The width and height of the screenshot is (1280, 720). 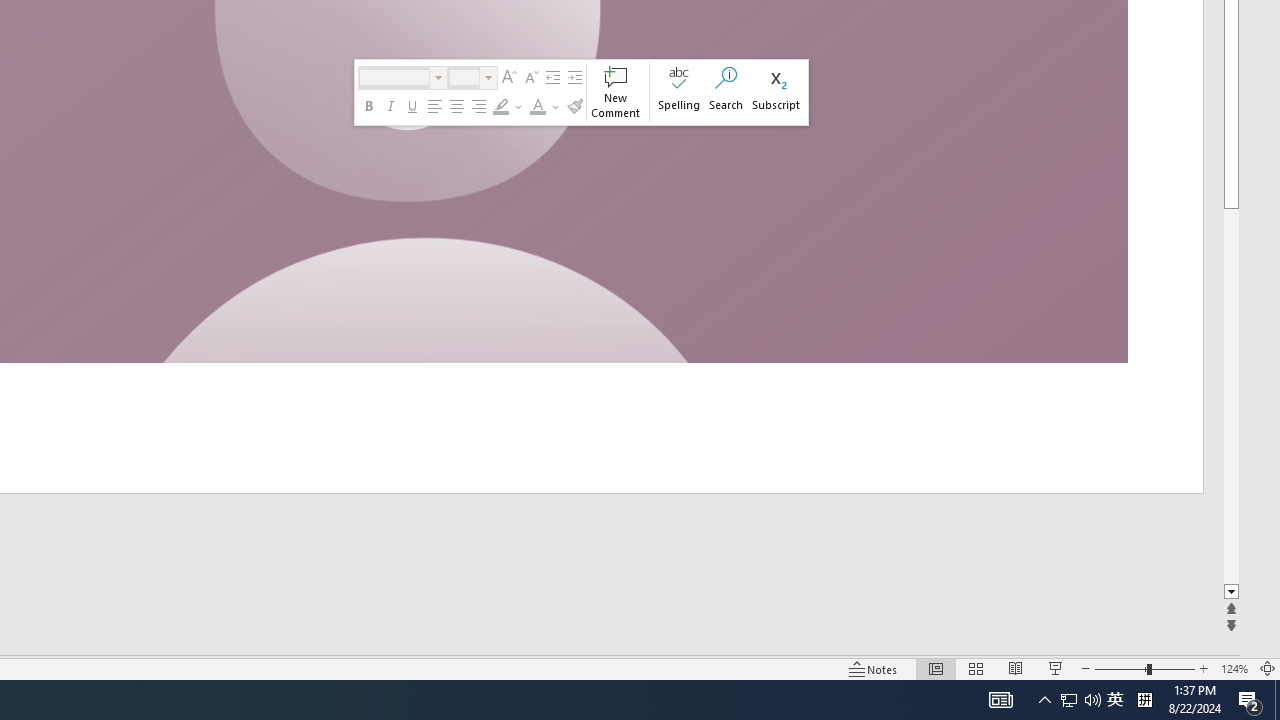 I want to click on 'Slide Sorter', so click(x=976, y=669).